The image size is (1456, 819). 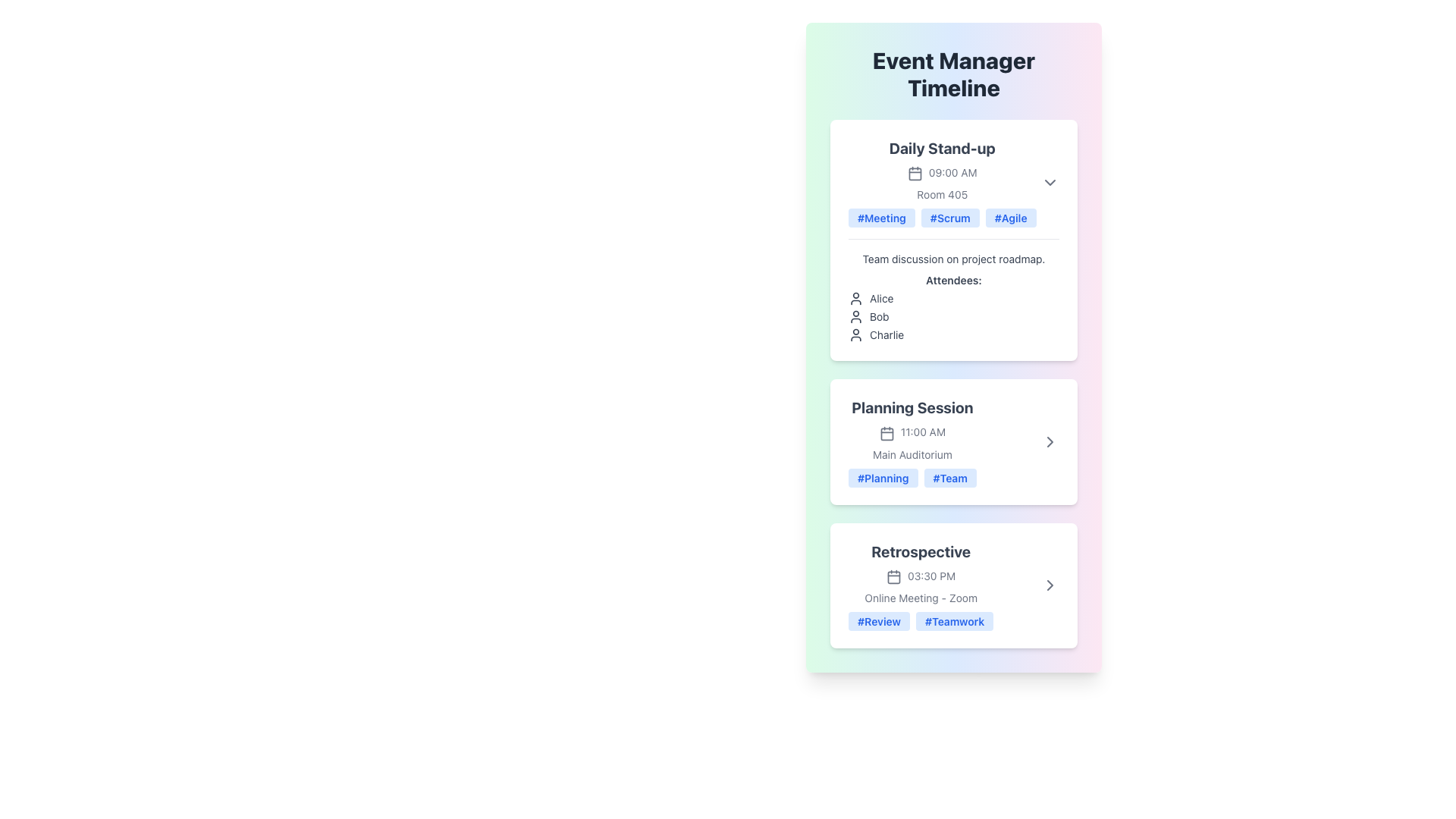 What do you see at coordinates (886, 433) in the screenshot?
I see `the calendar icon located beside '11:00 AM' in the 'Planning Session' section, which visually indicates a date or event` at bounding box center [886, 433].